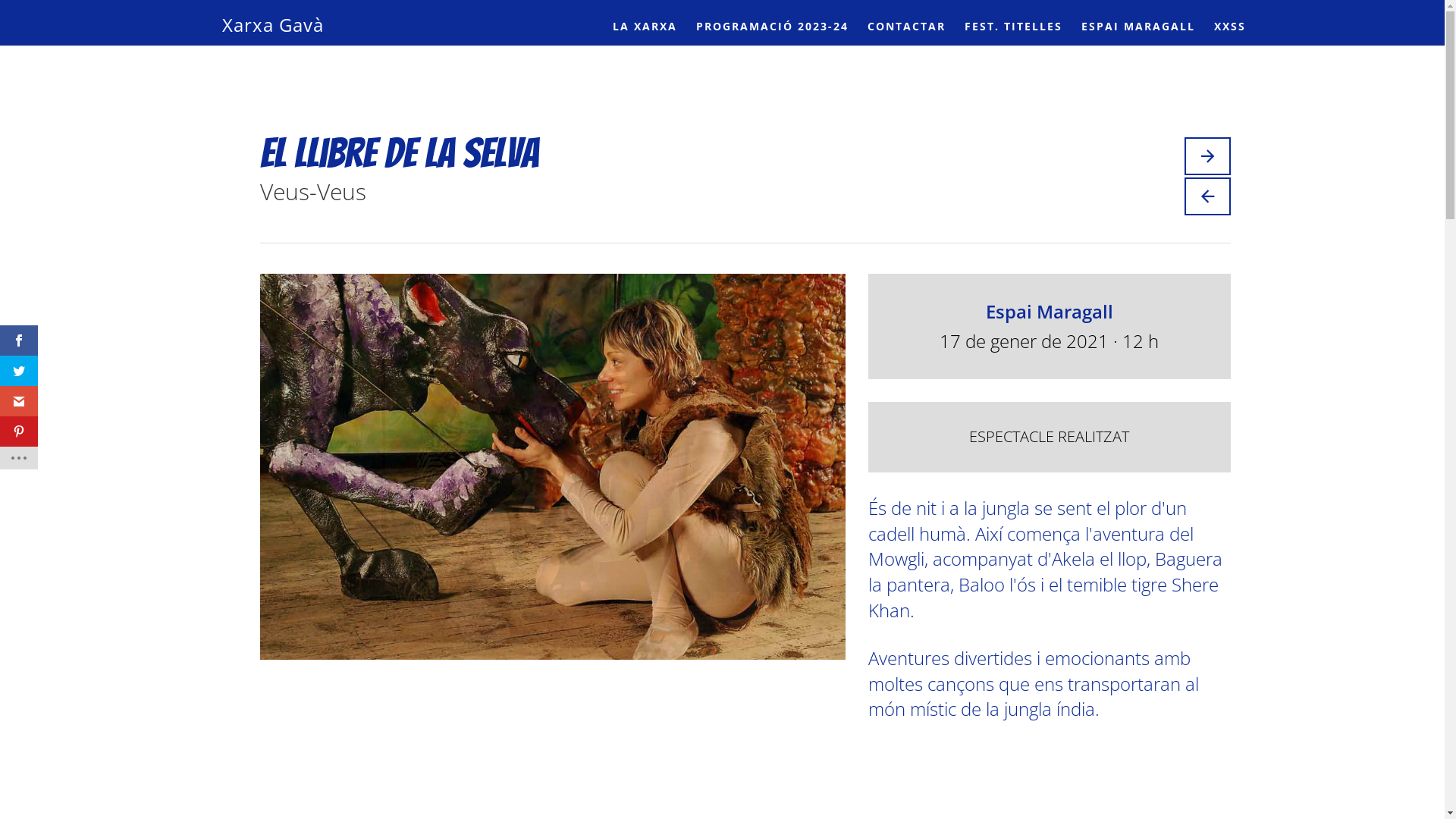 The width and height of the screenshot is (1456, 819). I want to click on 'Espai Maragall', so click(1048, 310).